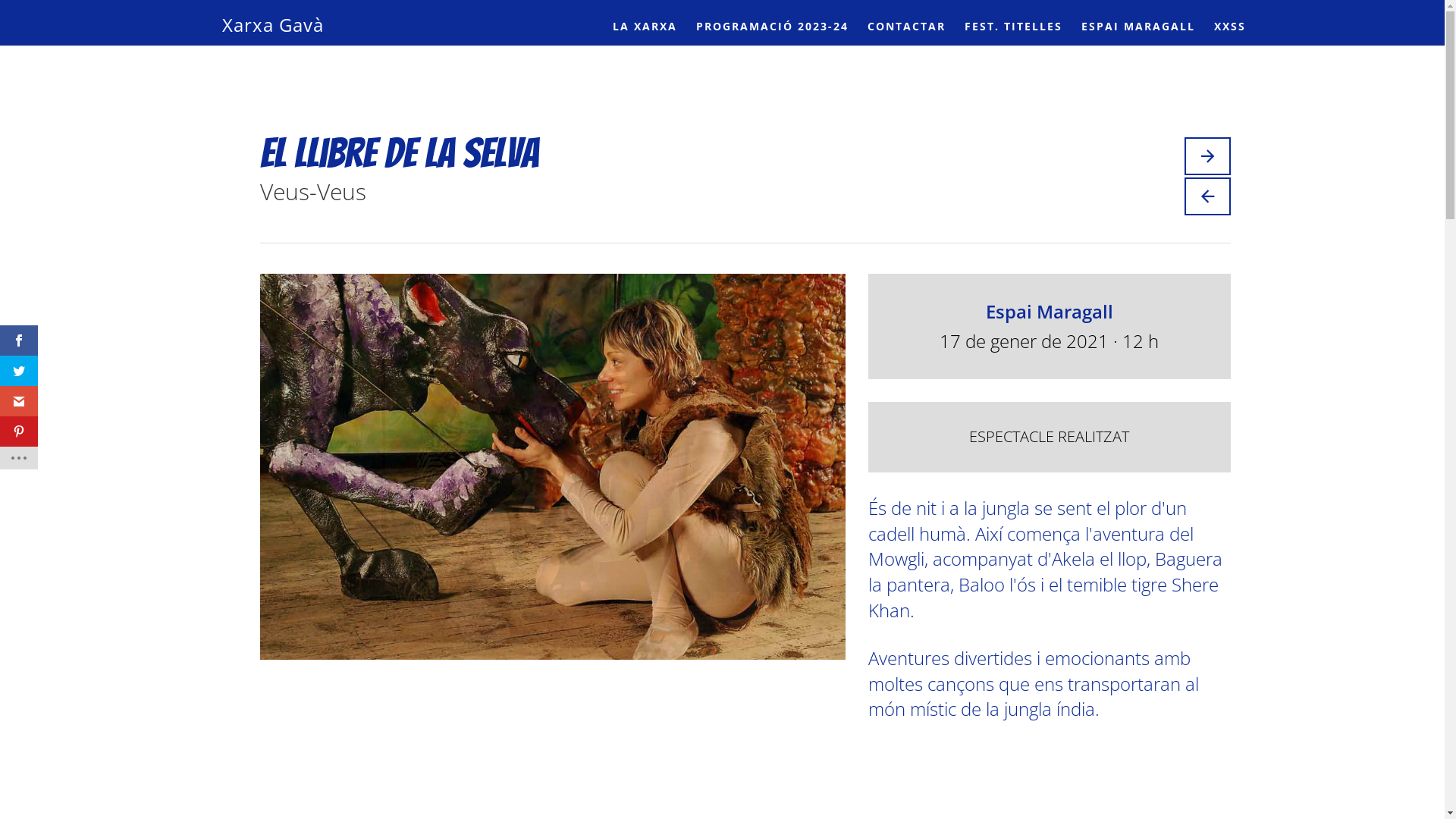 The width and height of the screenshot is (1456, 819). I want to click on 'Espai Maragall', so click(1048, 310).